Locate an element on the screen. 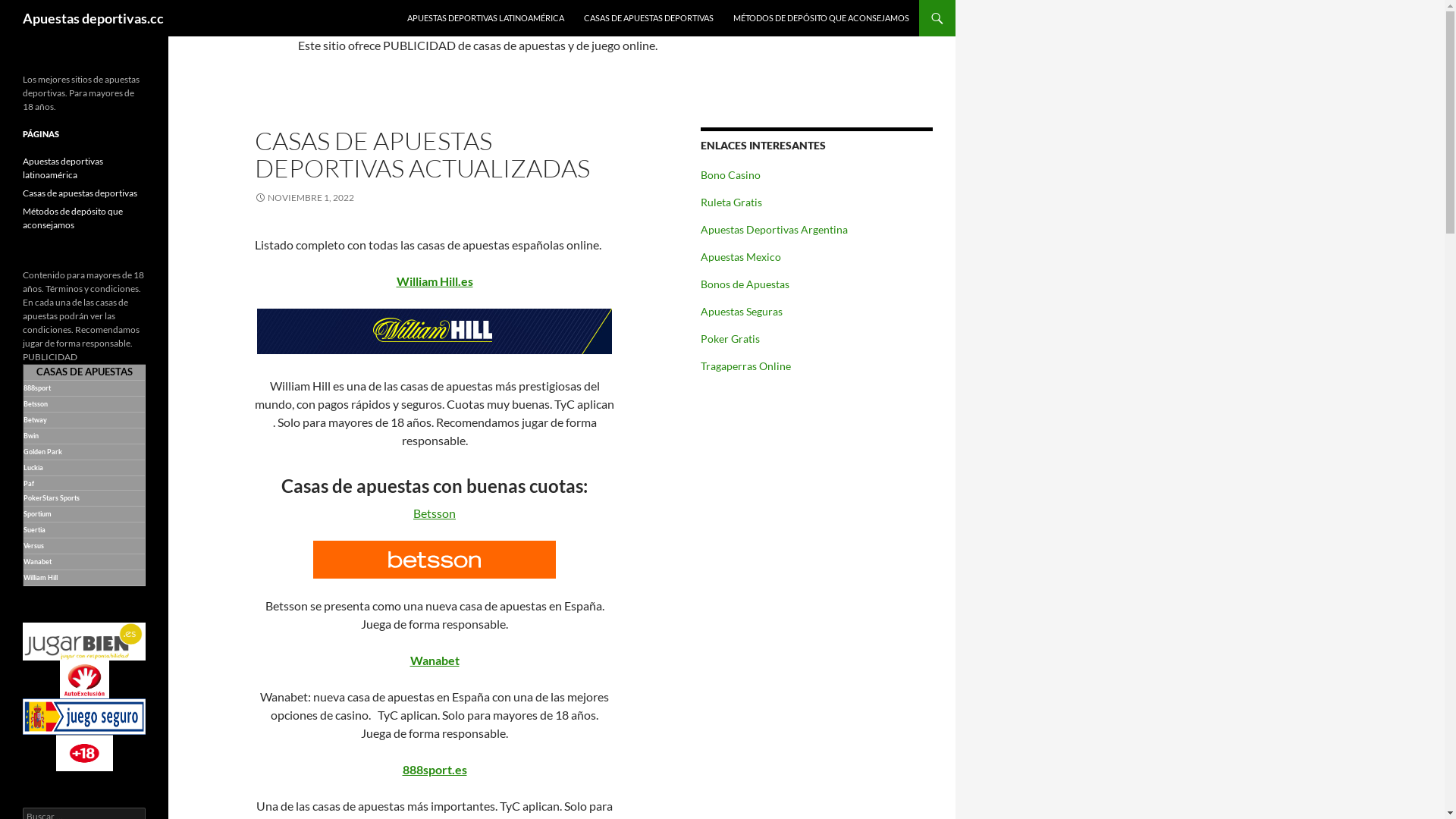  'Bono Casino' is located at coordinates (700, 174).